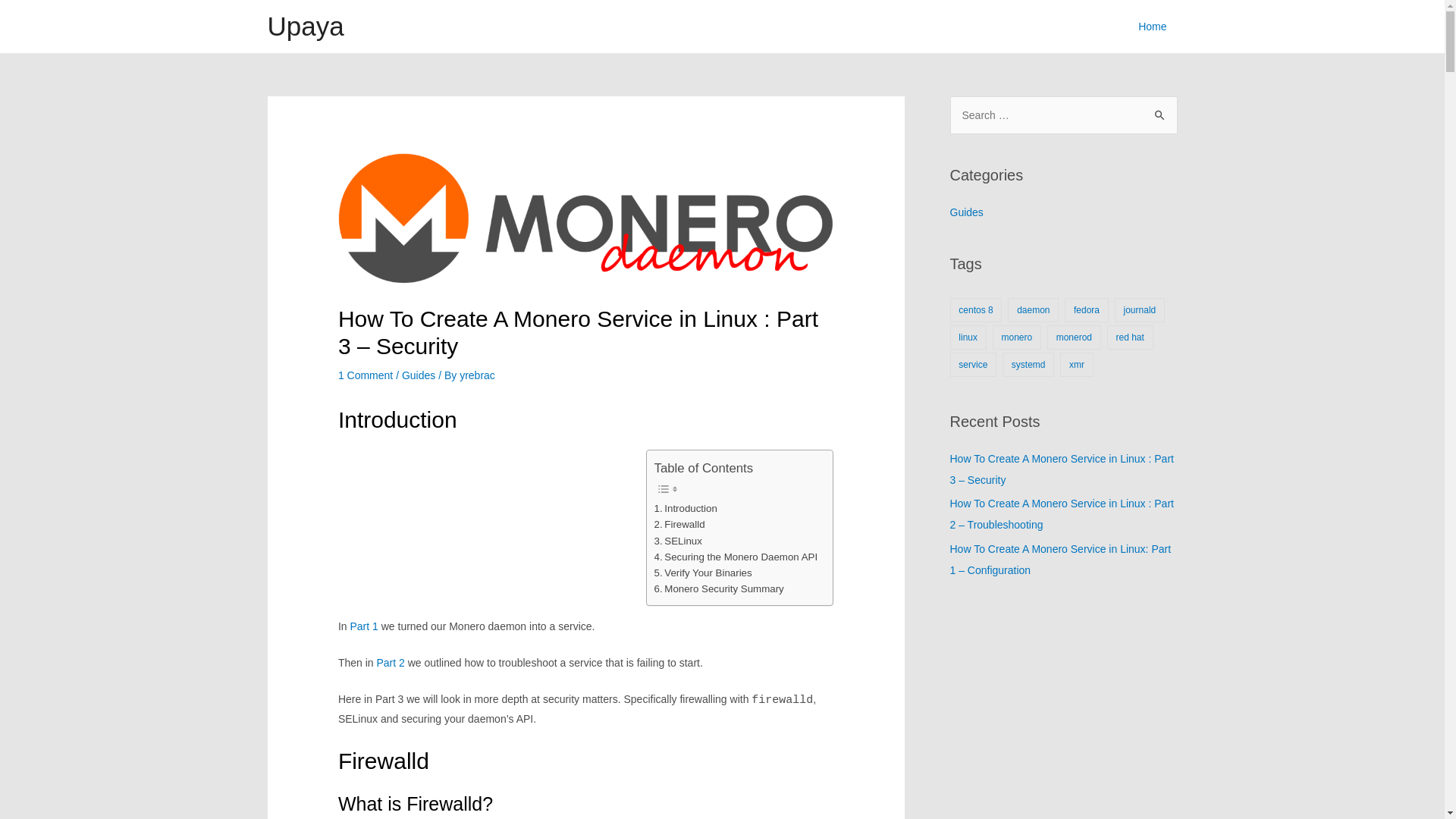 The image size is (1456, 819). What do you see at coordinates (949, 336) in the screenshot?
I see `'linux'` at bounding box center [949, 336].